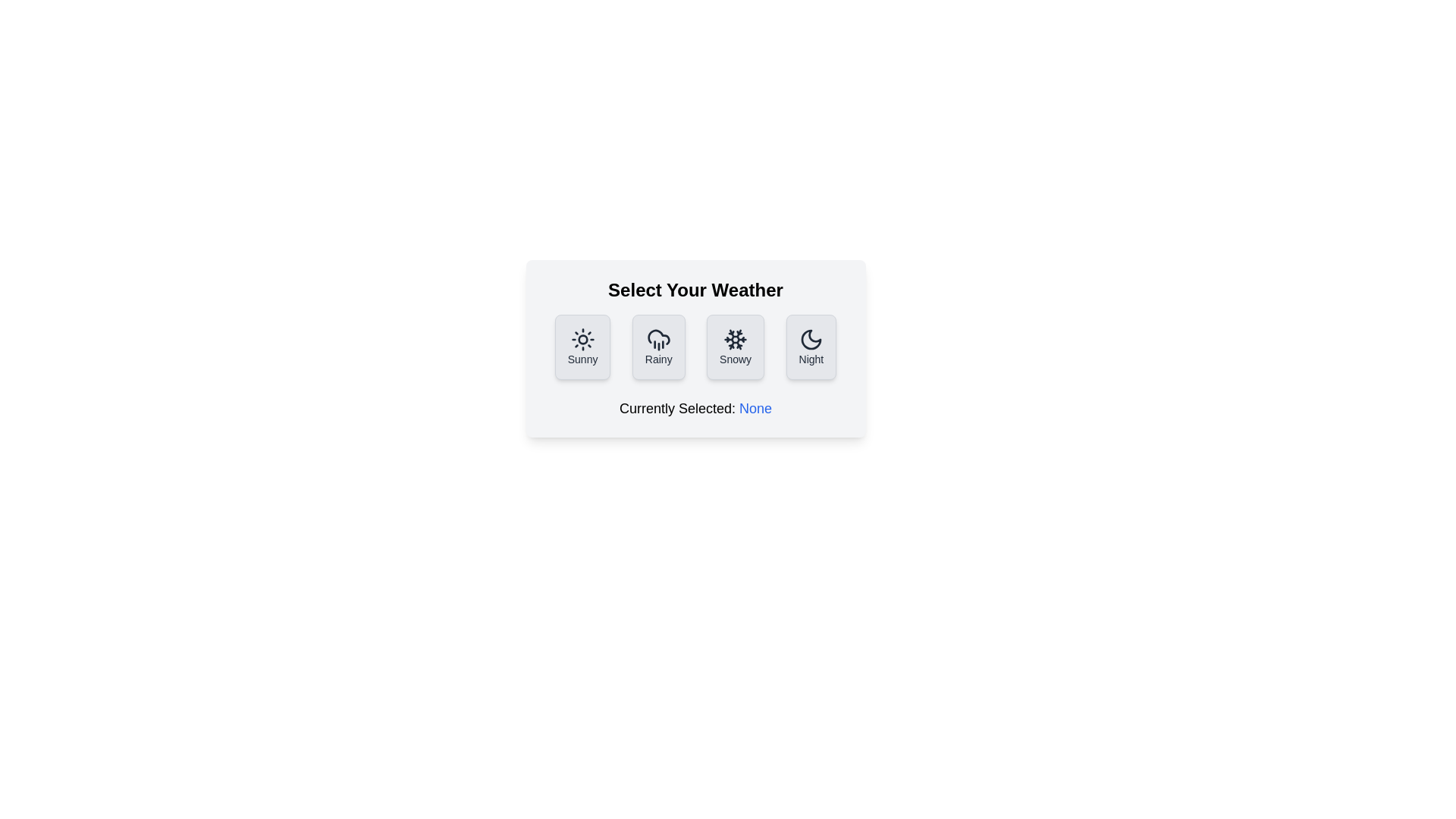 This screenshot has width=1456, height=819. What do you see at coordinates (658, 347) in the screenshot?
I see `the 'Rainy' weather condition button, which is the second option in a horizontal row of weather selections` at bounding box center [658, 347].